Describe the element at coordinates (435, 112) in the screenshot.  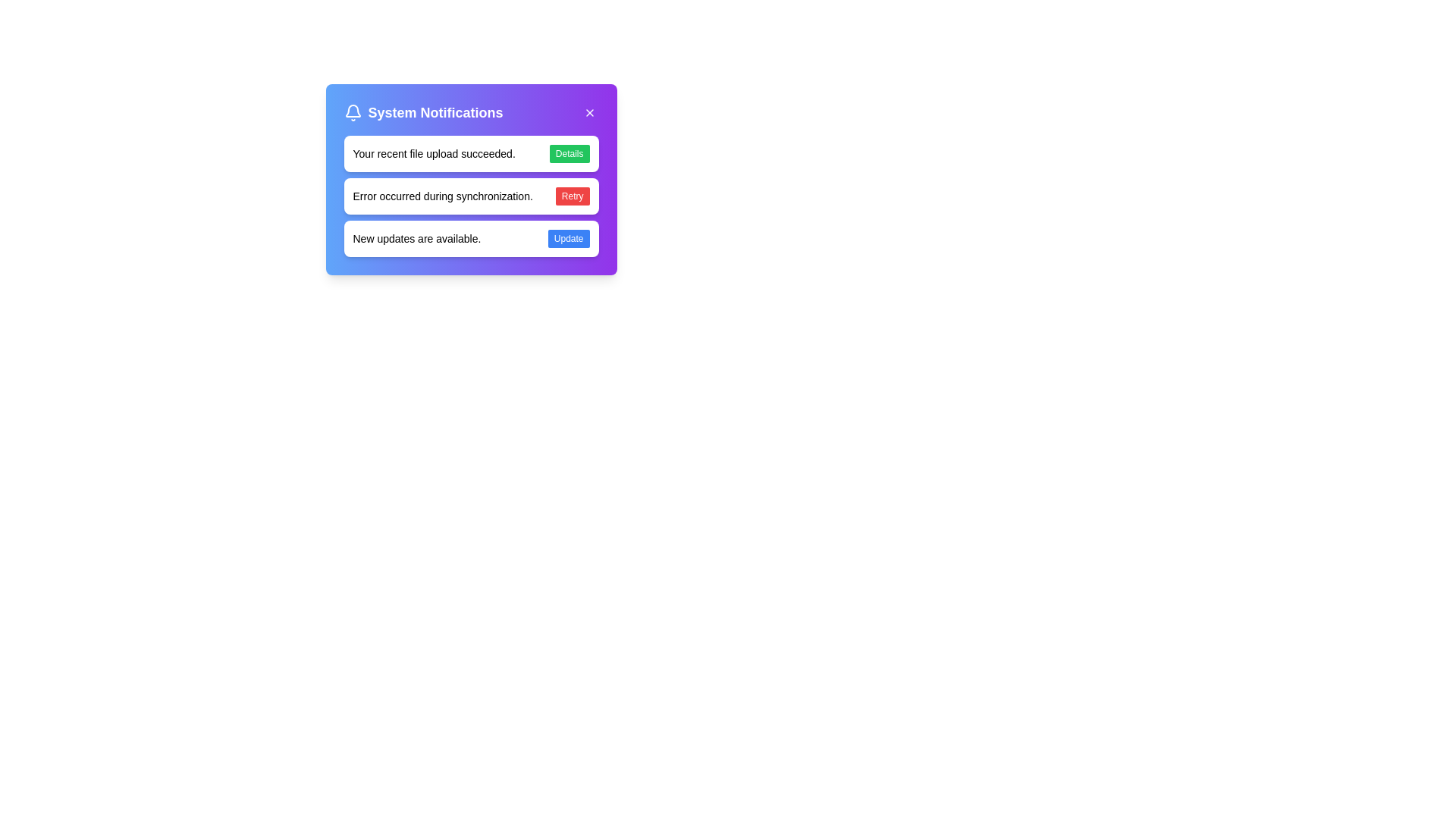
I see `the Text Label that serves as a header for system notifications, located to the right of the bell icon` at that location.